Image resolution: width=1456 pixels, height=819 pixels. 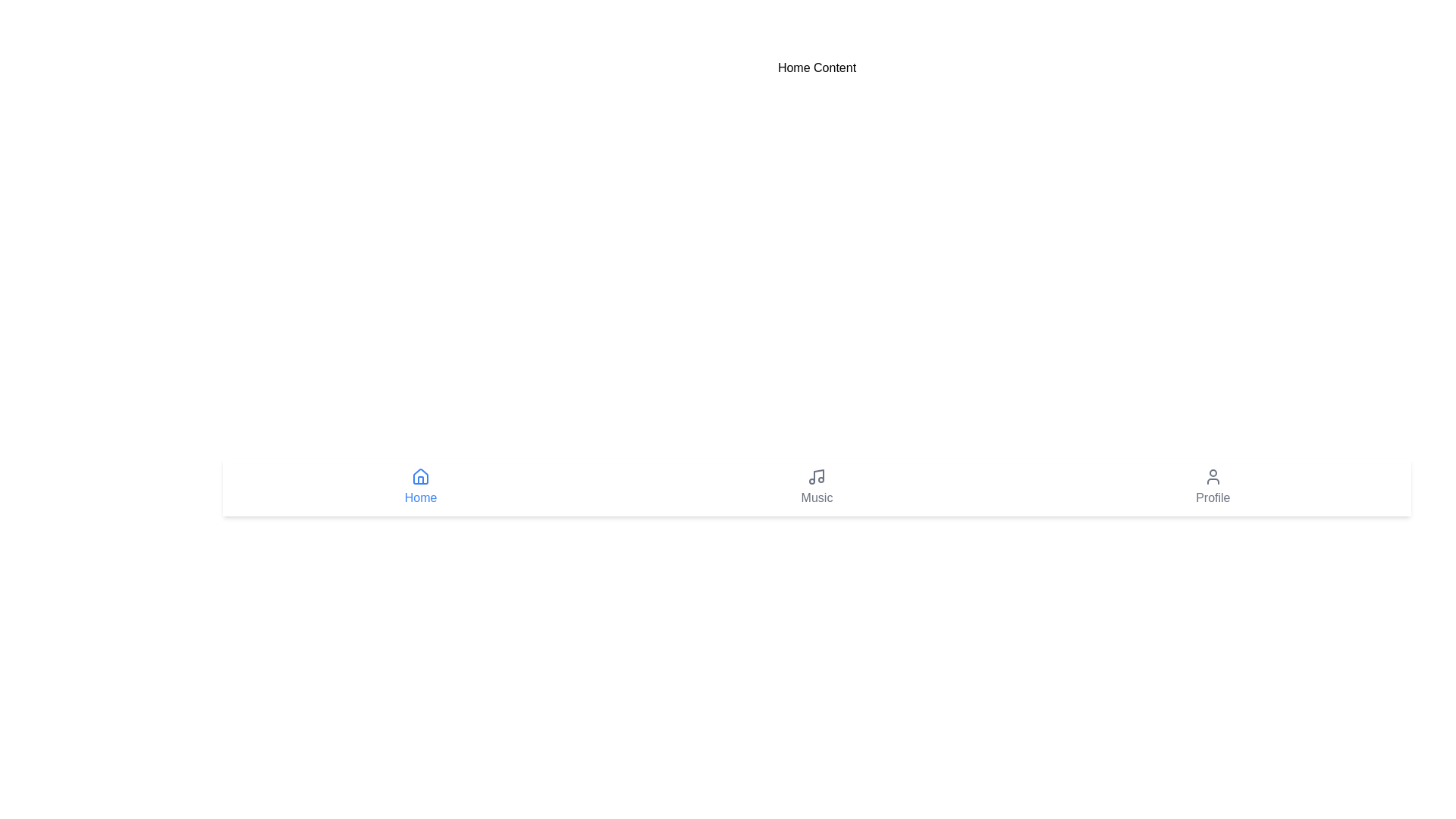 What do you see at coordinates (1212, 488) in the screenshot?
I see `the Navigation Button located at the far-right of the navigation bar` at bounding box center [1212, 488].